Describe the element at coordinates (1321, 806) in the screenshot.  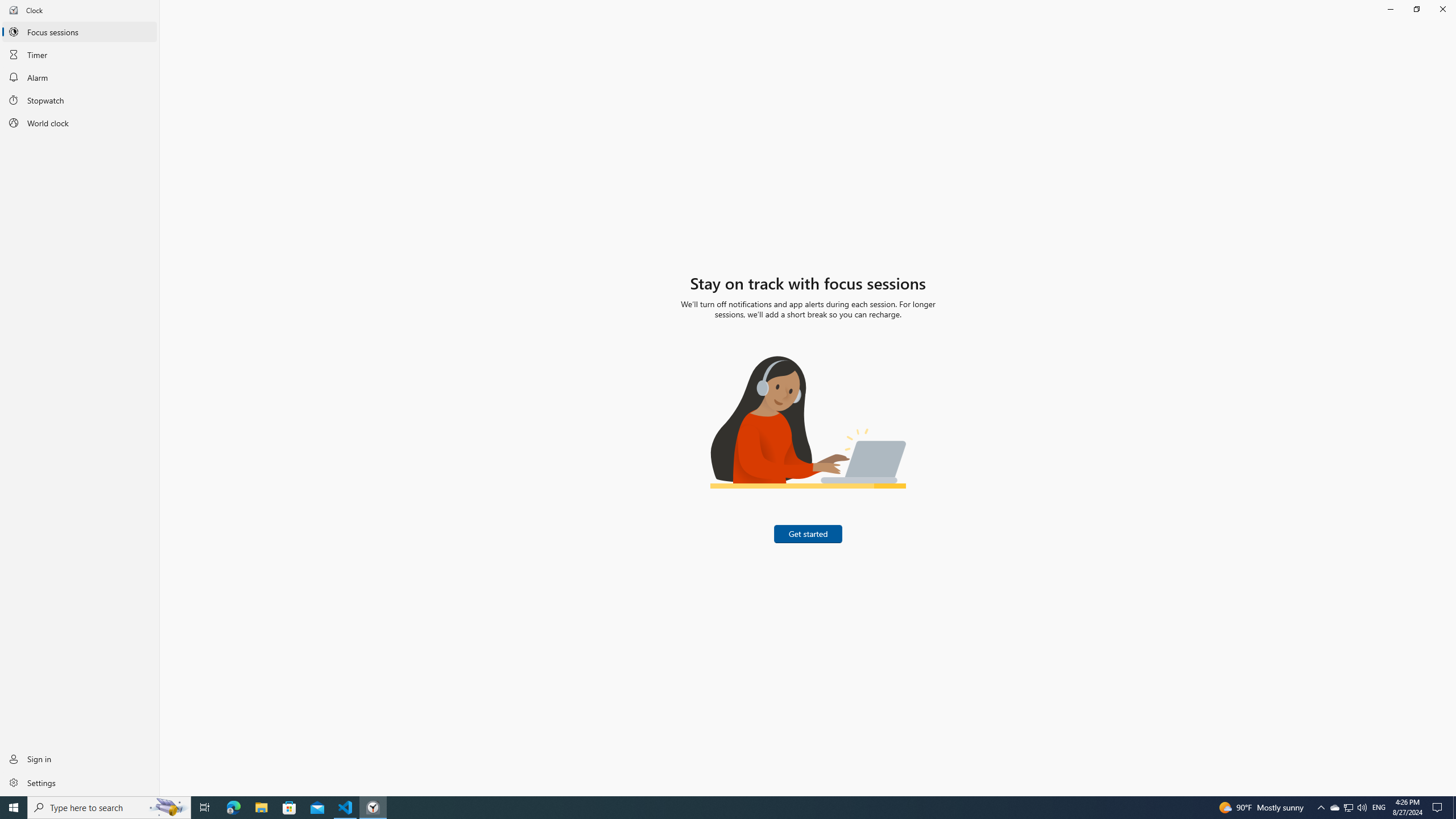
I see `'Notification Chevron'` at that location.